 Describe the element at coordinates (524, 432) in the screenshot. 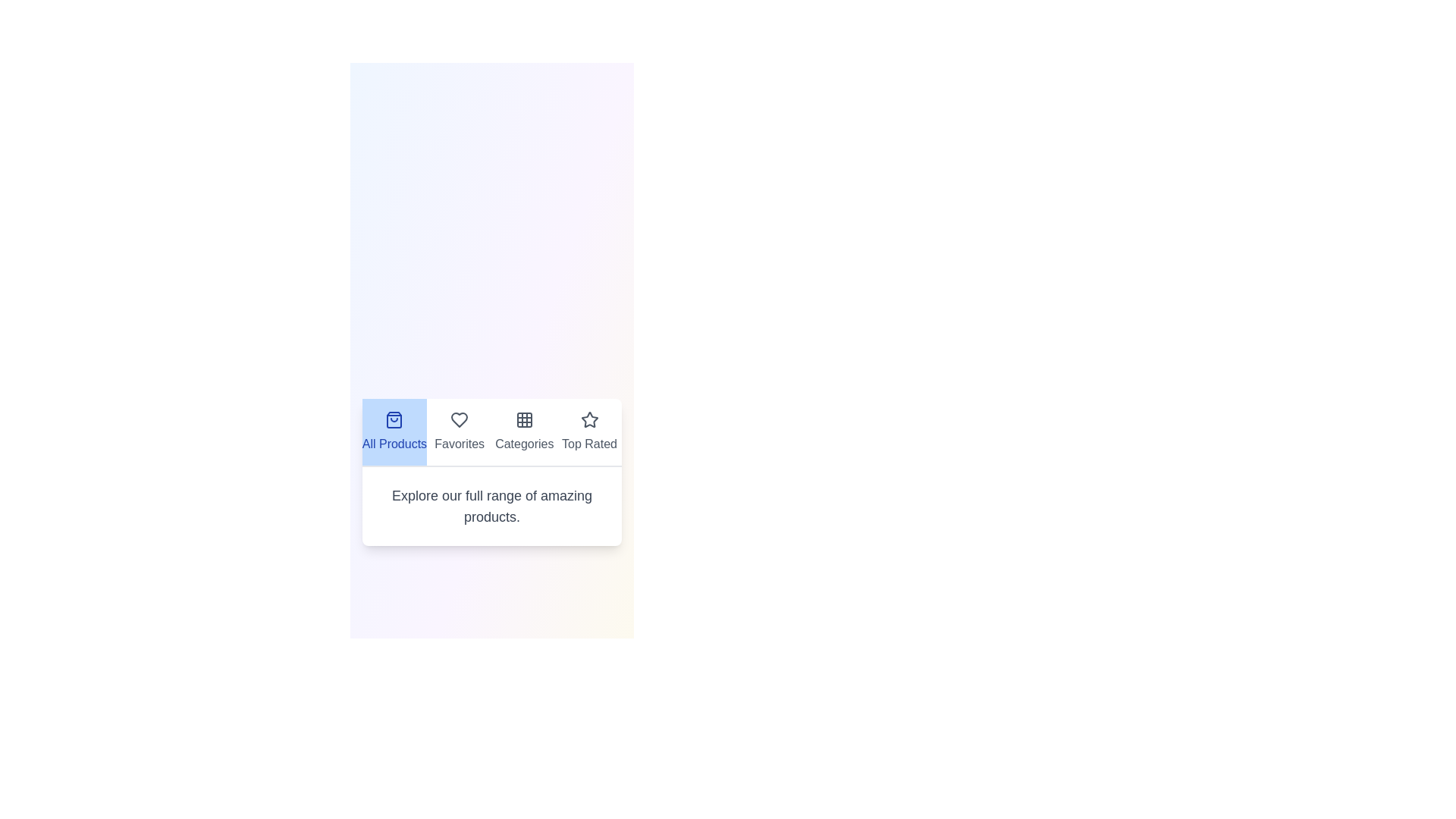

I see `the Categories tab to display its contents` at that location.